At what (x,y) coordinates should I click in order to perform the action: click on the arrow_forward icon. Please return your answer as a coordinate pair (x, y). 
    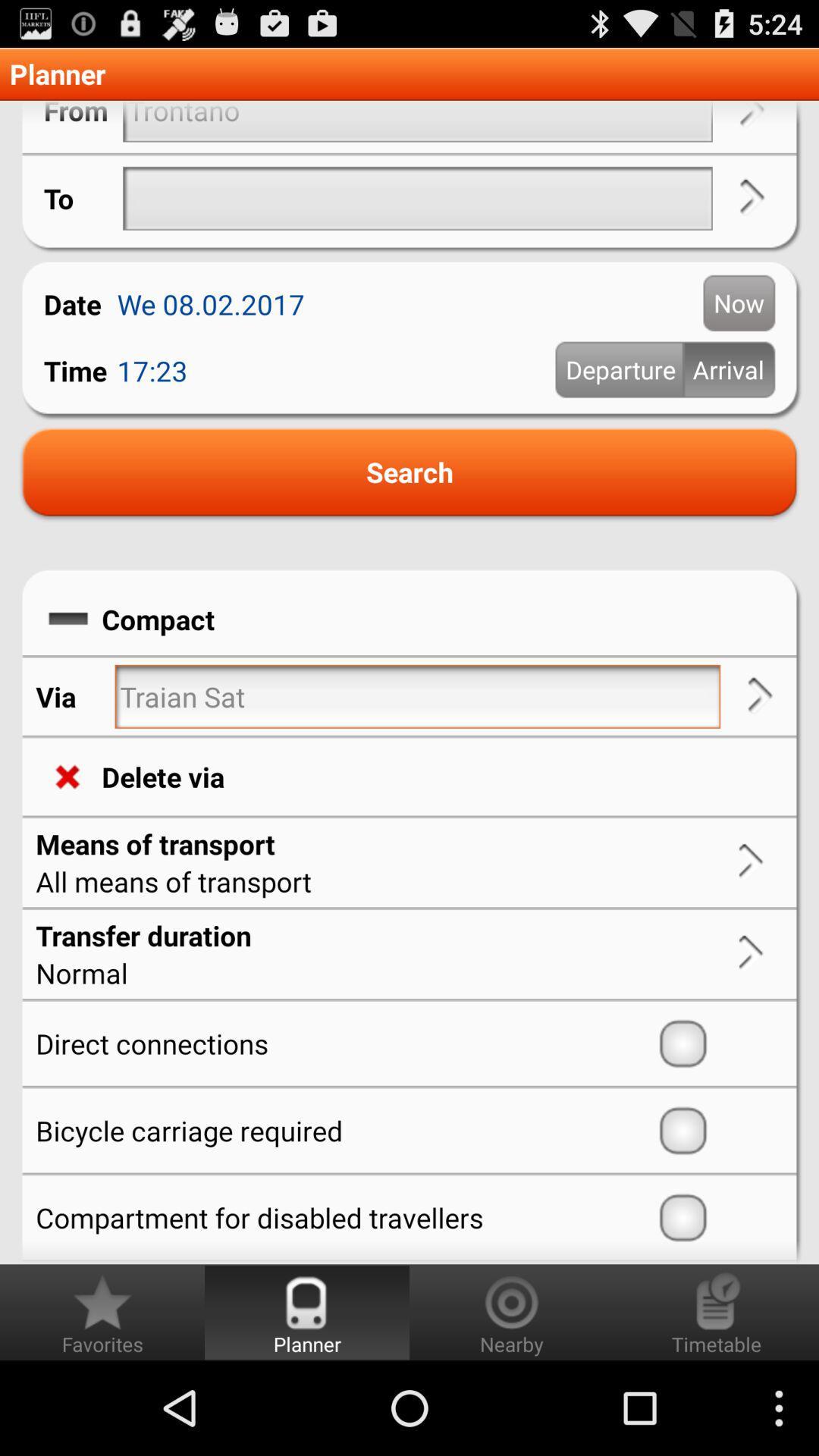
    Looking at the image, I should click on (752, 745).